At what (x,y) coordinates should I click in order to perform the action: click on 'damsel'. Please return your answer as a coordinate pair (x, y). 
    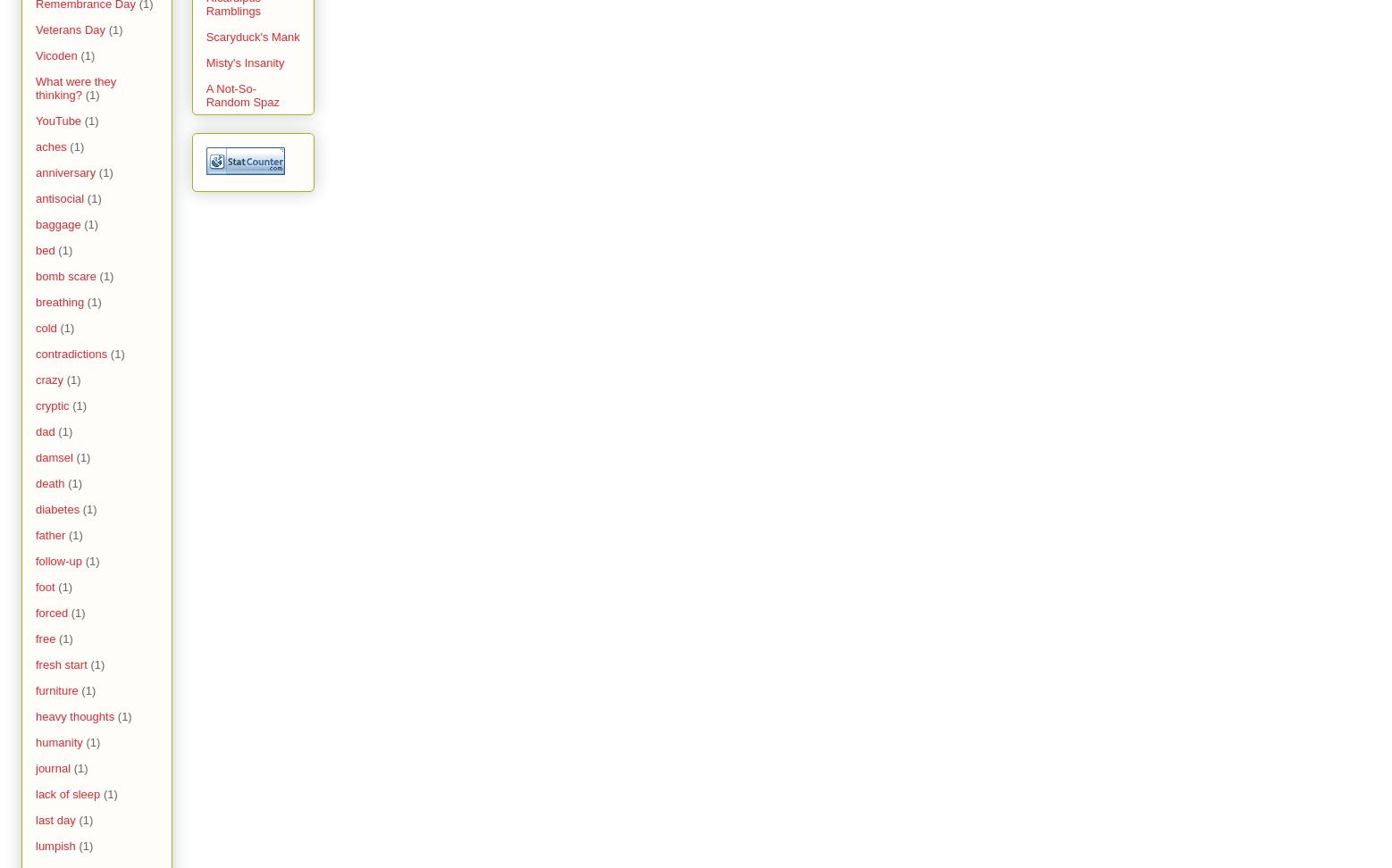
    Looking at the image, I should click on (54, 457).